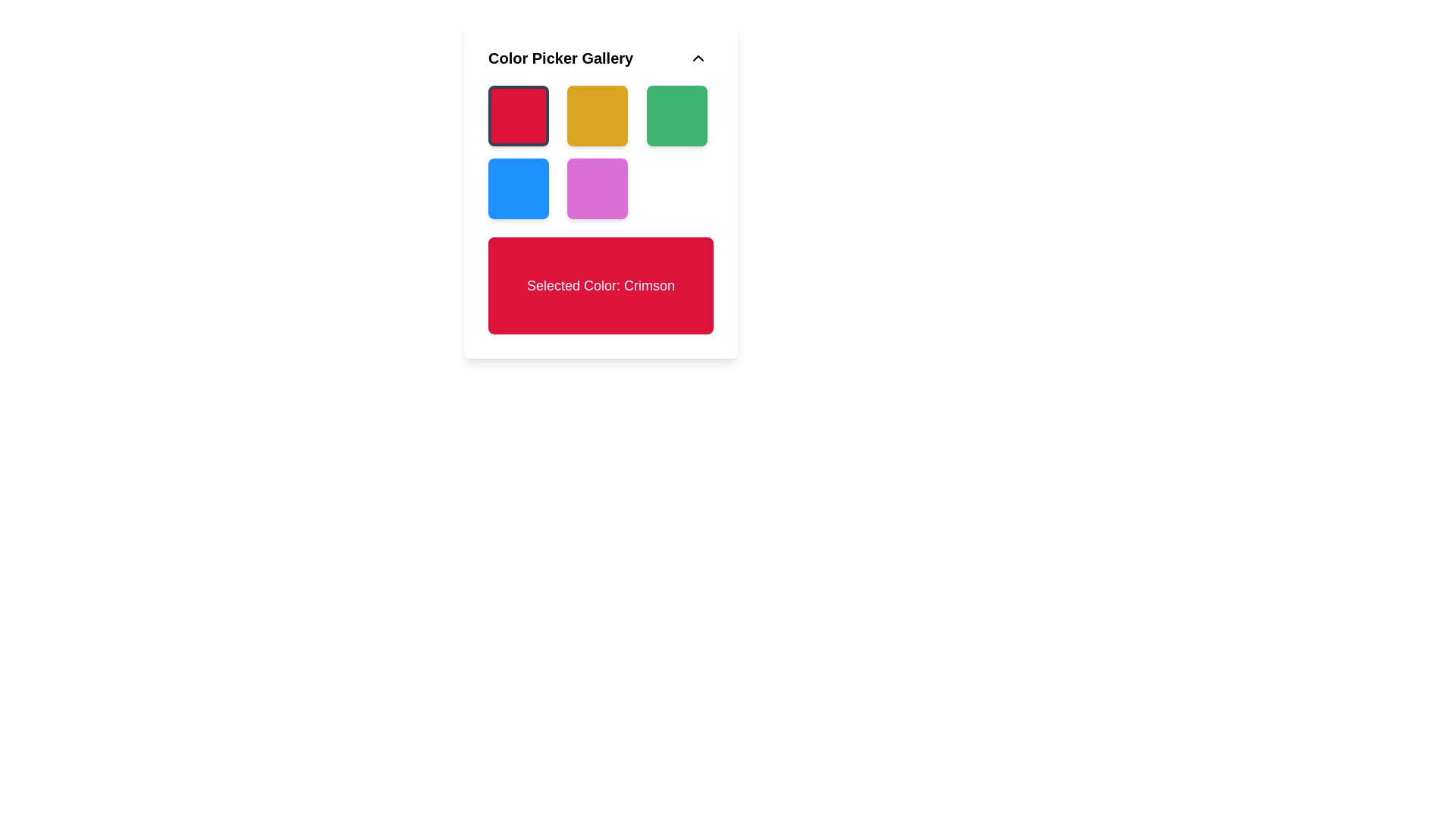 The image size is (1456, 819). I want to click on the toggle button located at the top-right corner of the 'Color Picker Gallery' card, so click(698, 58).